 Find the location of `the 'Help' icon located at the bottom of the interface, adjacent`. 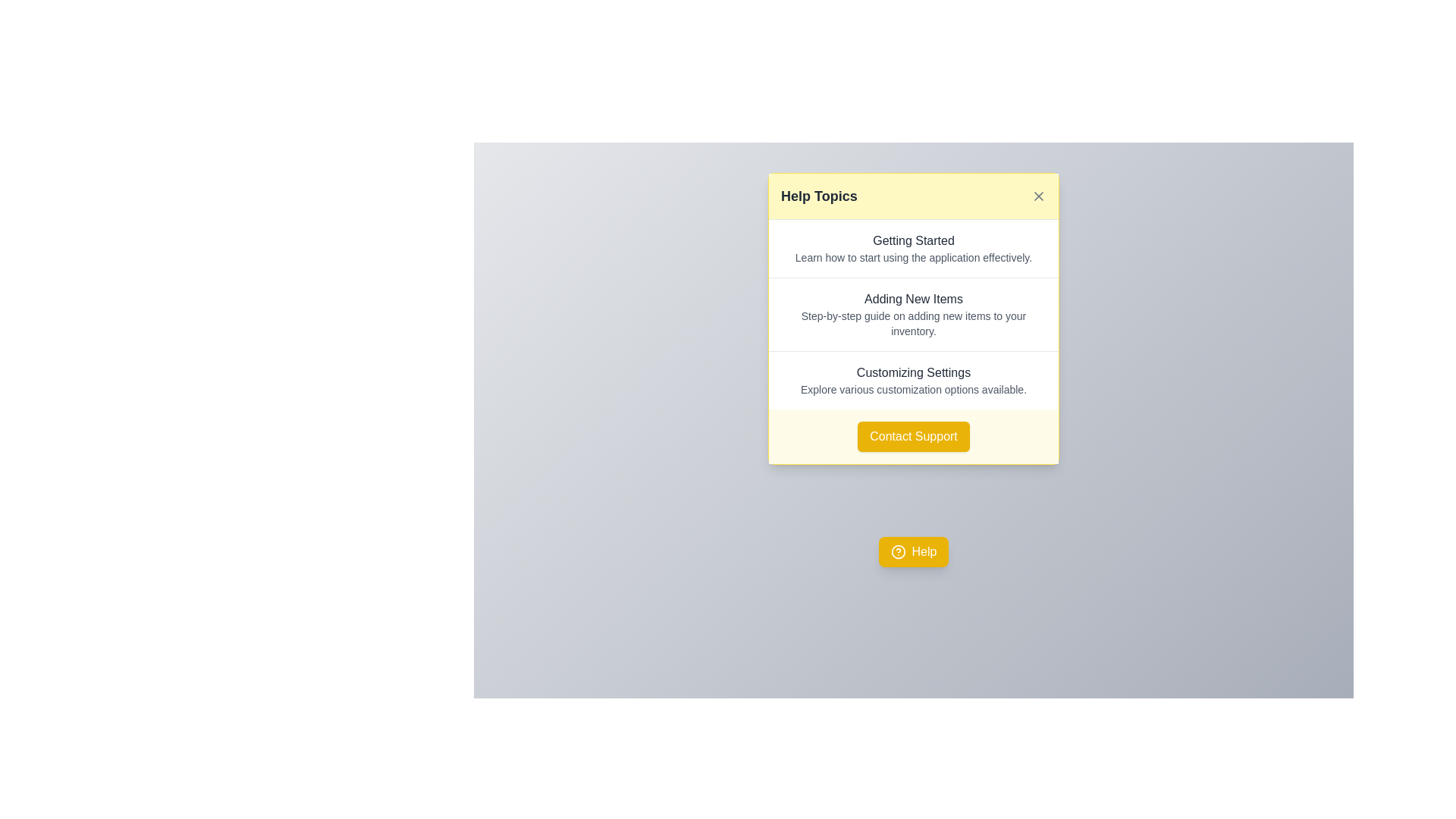

the 'Help' icon located at the bottom of the interface, adjacent is located at coordinates (898, 552).